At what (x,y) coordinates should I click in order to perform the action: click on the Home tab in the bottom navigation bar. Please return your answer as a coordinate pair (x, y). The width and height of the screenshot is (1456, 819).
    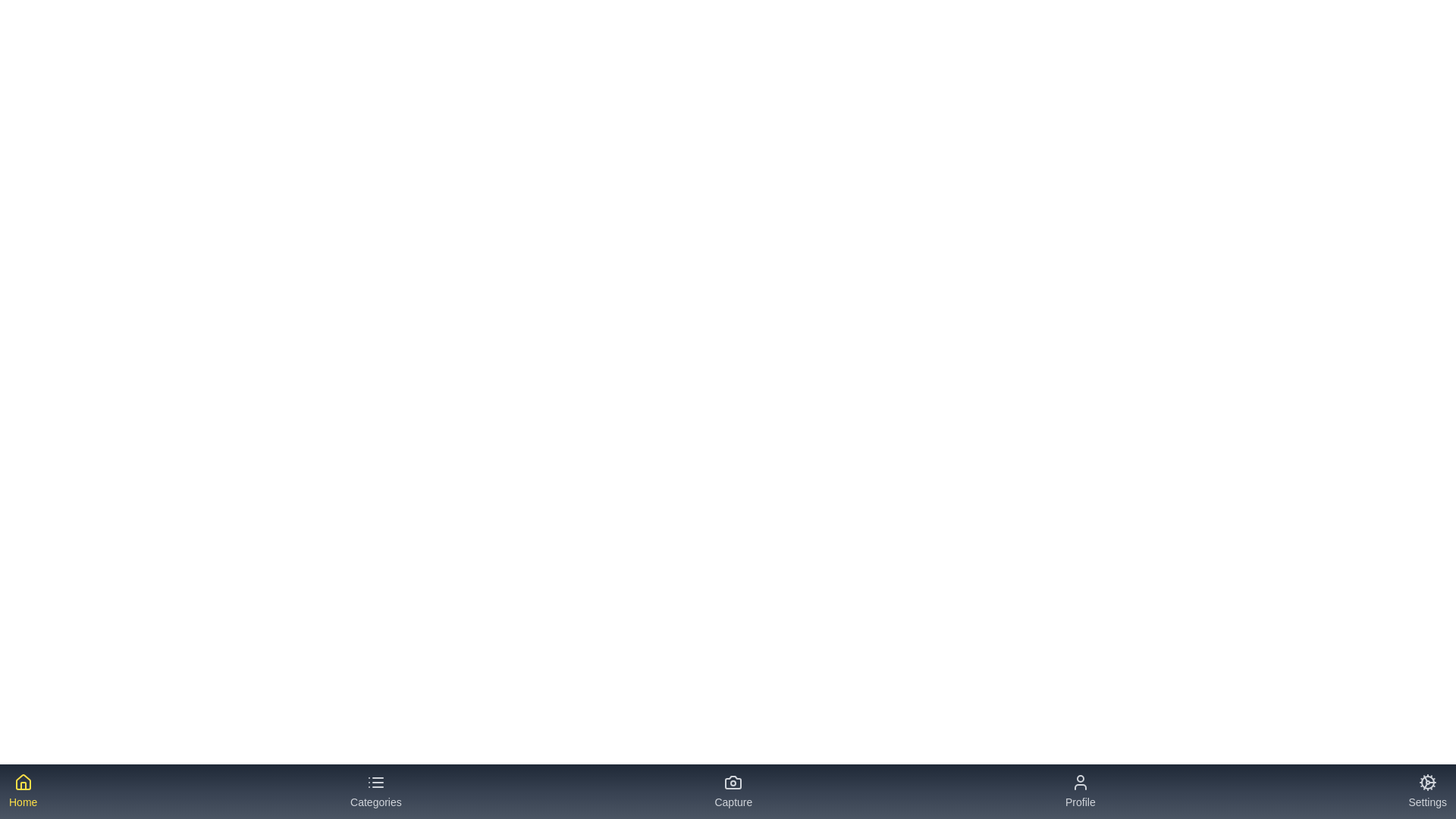
    Looking at the image, I should click on (23, 791).